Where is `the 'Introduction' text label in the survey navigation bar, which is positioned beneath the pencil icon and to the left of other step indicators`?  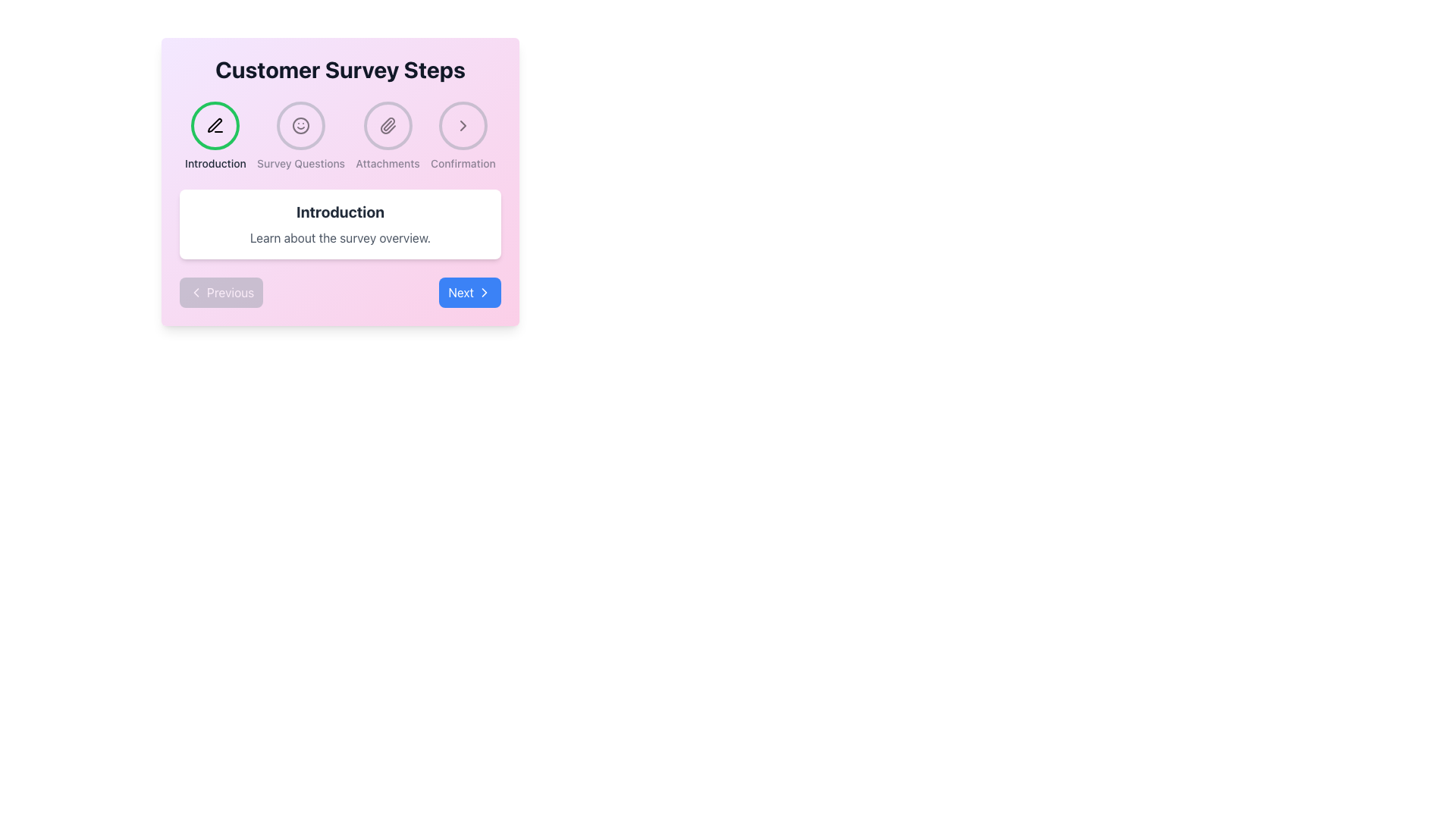
the 'Introduction' text label in the survey navigation bar, which is positioned beneath the pencil icon and to the left of other step indicators is located at coordinates (215, 164).